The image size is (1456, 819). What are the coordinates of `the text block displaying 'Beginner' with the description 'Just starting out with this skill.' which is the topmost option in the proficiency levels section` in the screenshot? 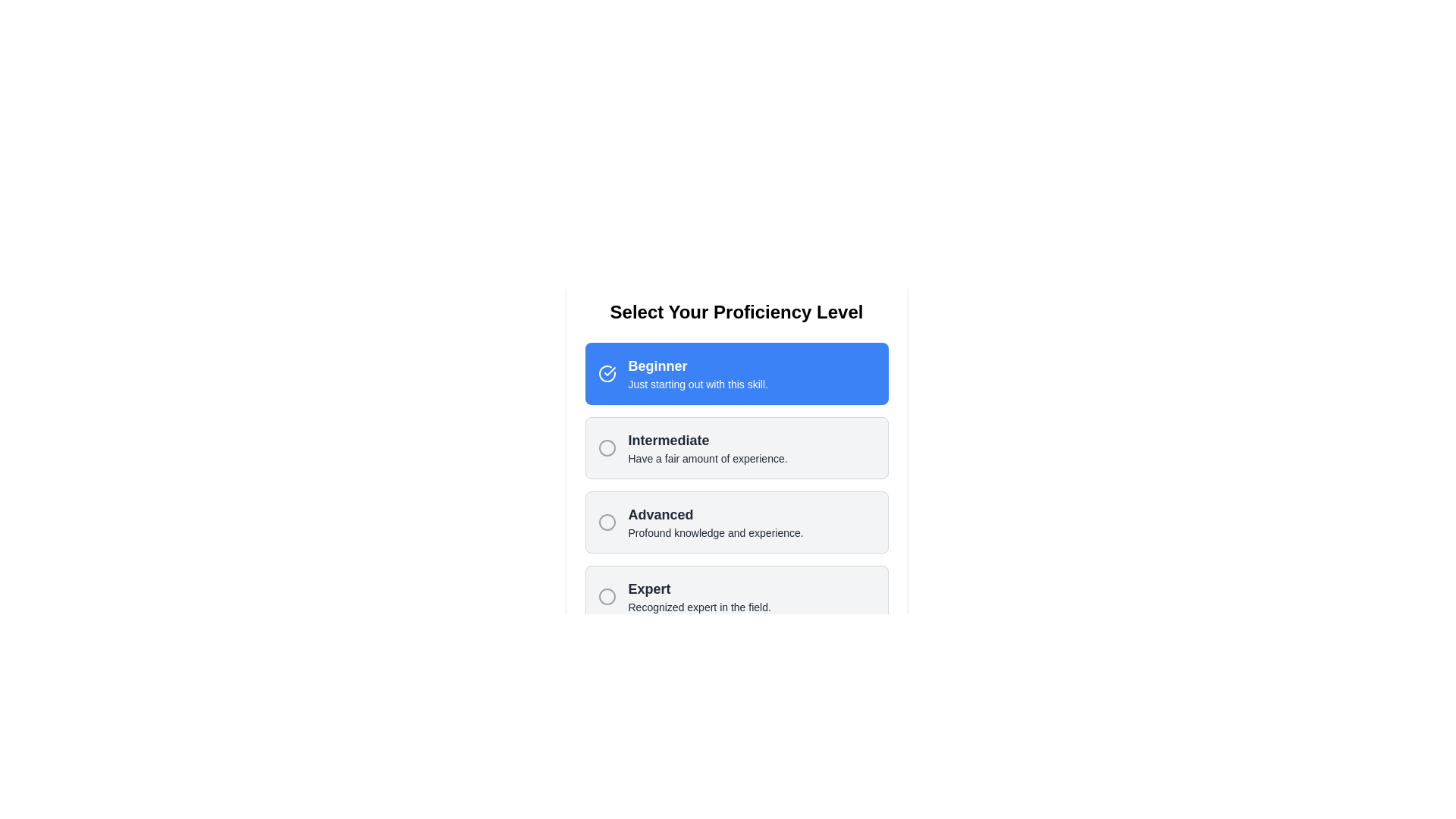 It's located at (697, 374).